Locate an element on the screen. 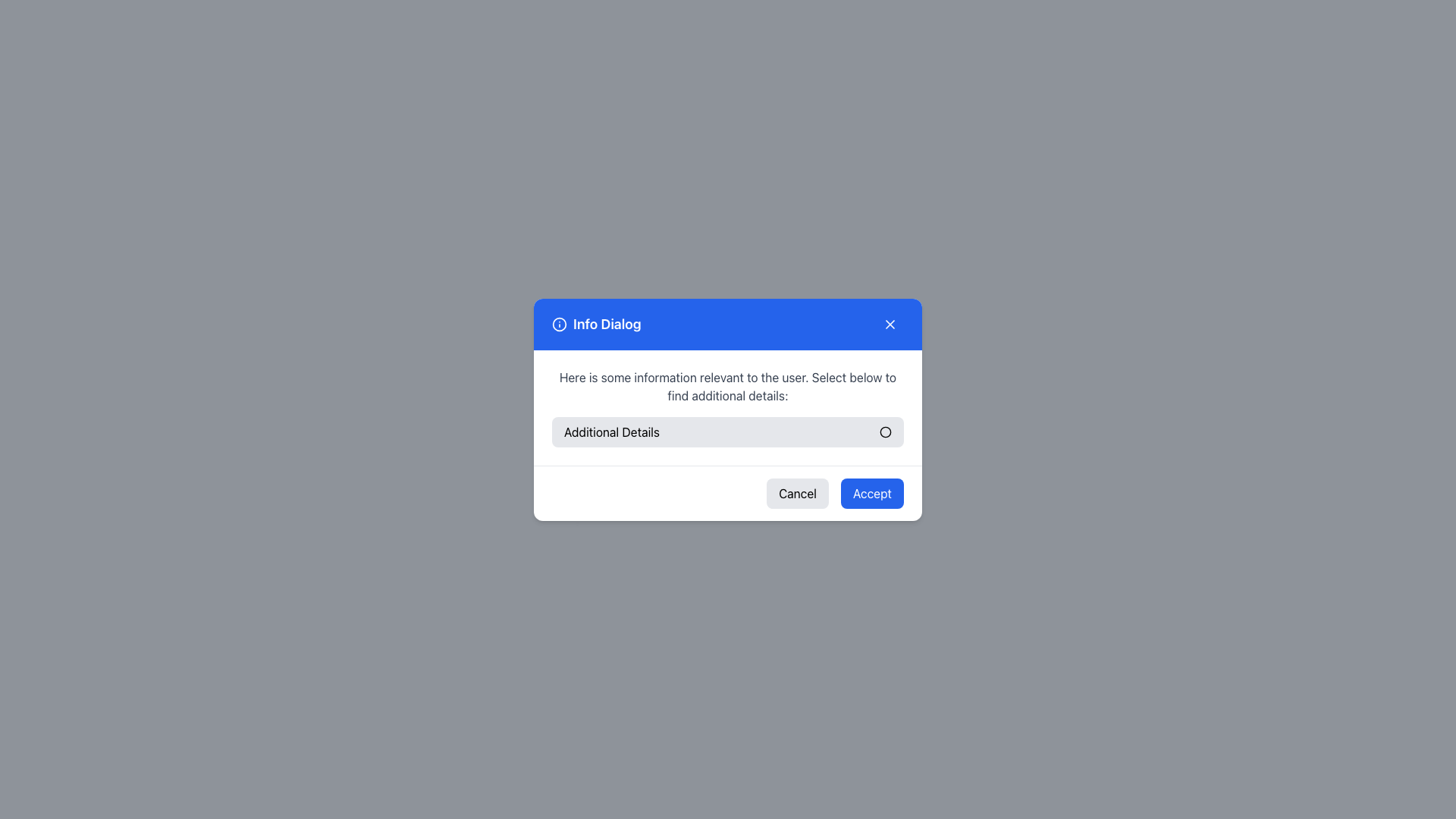 The width and height of the screenshot is (1456, 819). the center of the icon located on the right side of the 'Additional Details' text field in the modal dialog is located at coordinates (885, 431).